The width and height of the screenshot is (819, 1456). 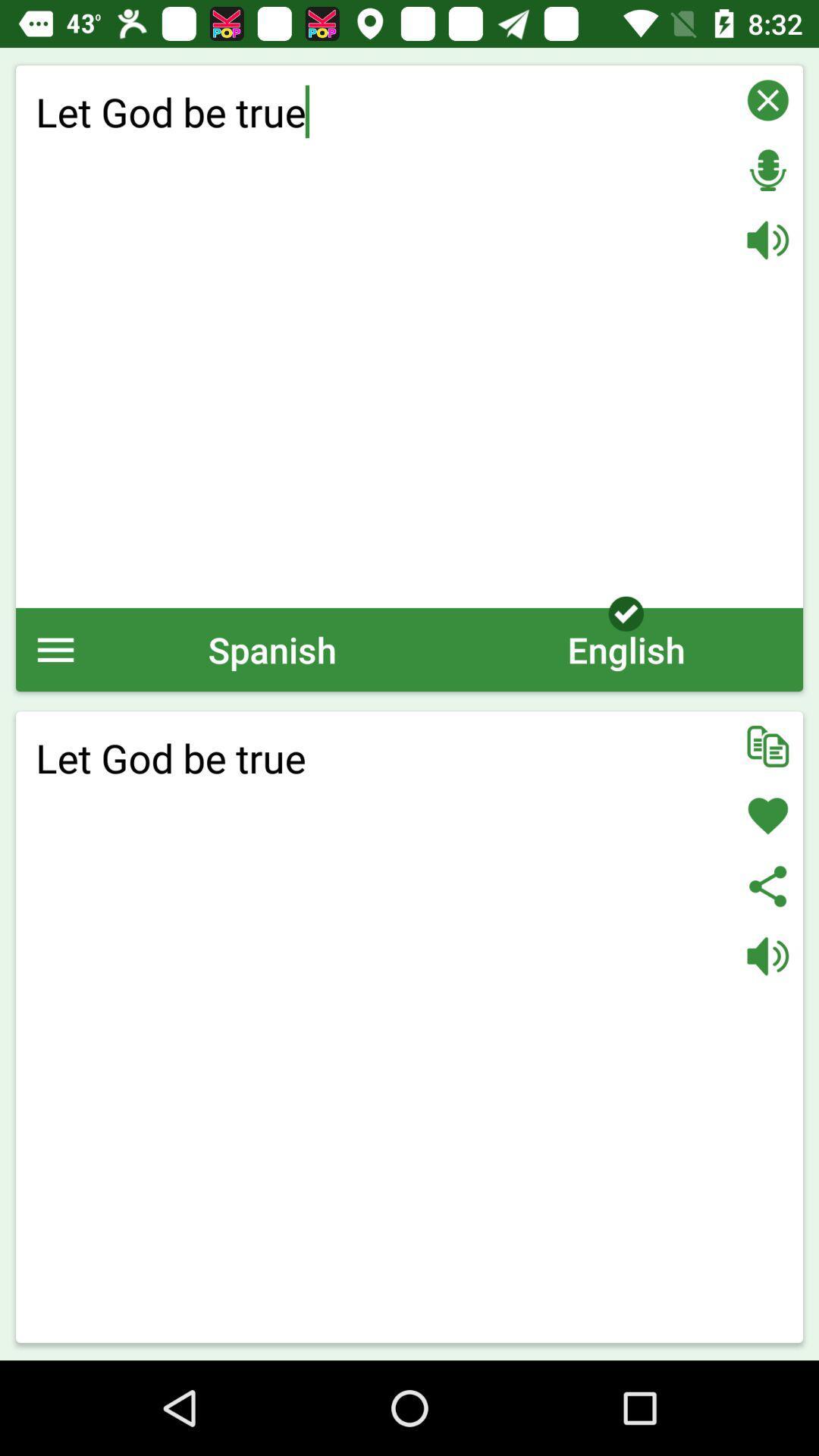 I want to click on show the menu options, so click(x=55, y=649).